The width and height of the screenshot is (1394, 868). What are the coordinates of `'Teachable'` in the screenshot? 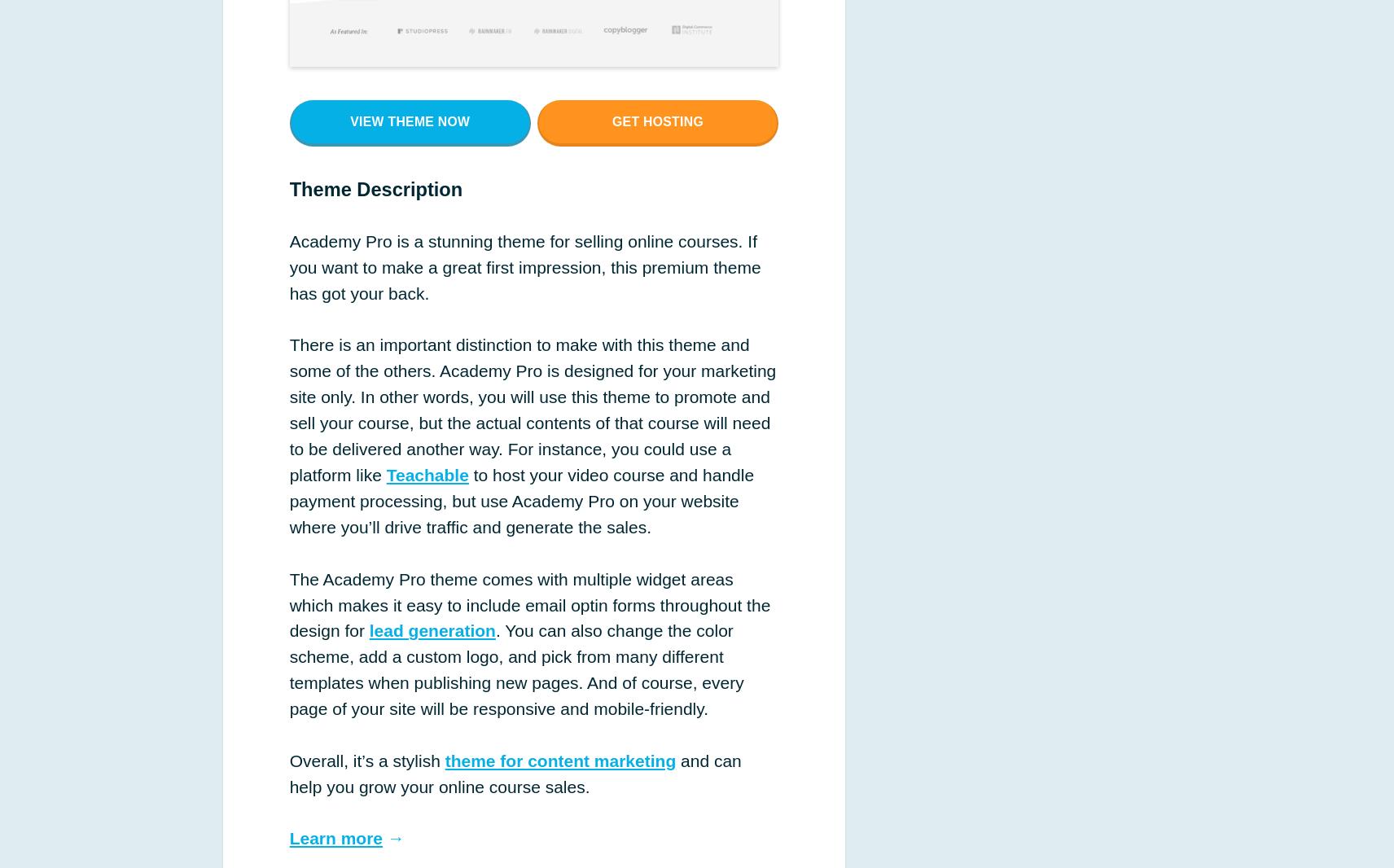 It's located at (426, 474).